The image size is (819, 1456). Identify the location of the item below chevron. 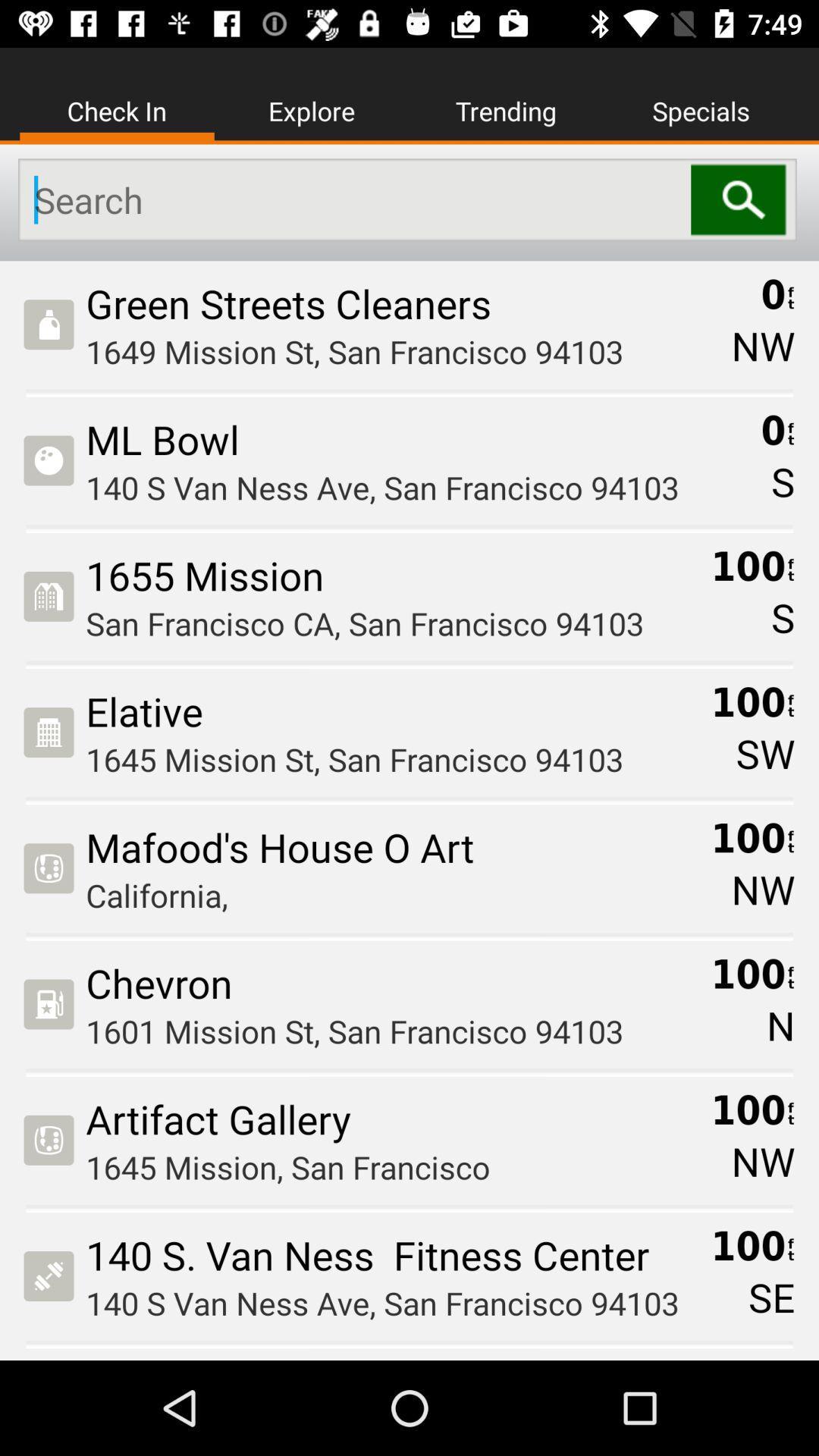
(392, 1031).